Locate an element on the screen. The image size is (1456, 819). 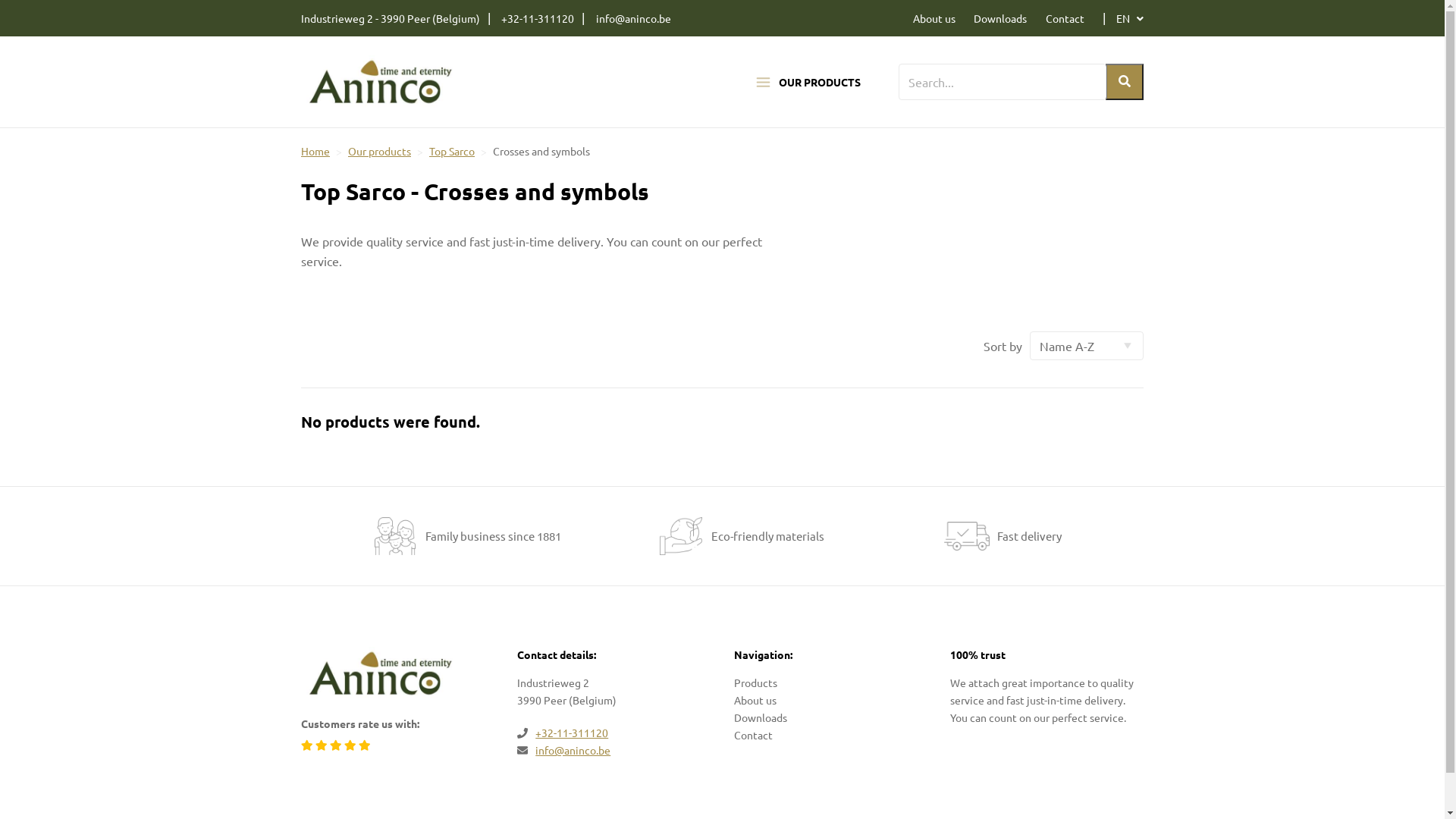
'Contact' is located at coordinates (753, 733).